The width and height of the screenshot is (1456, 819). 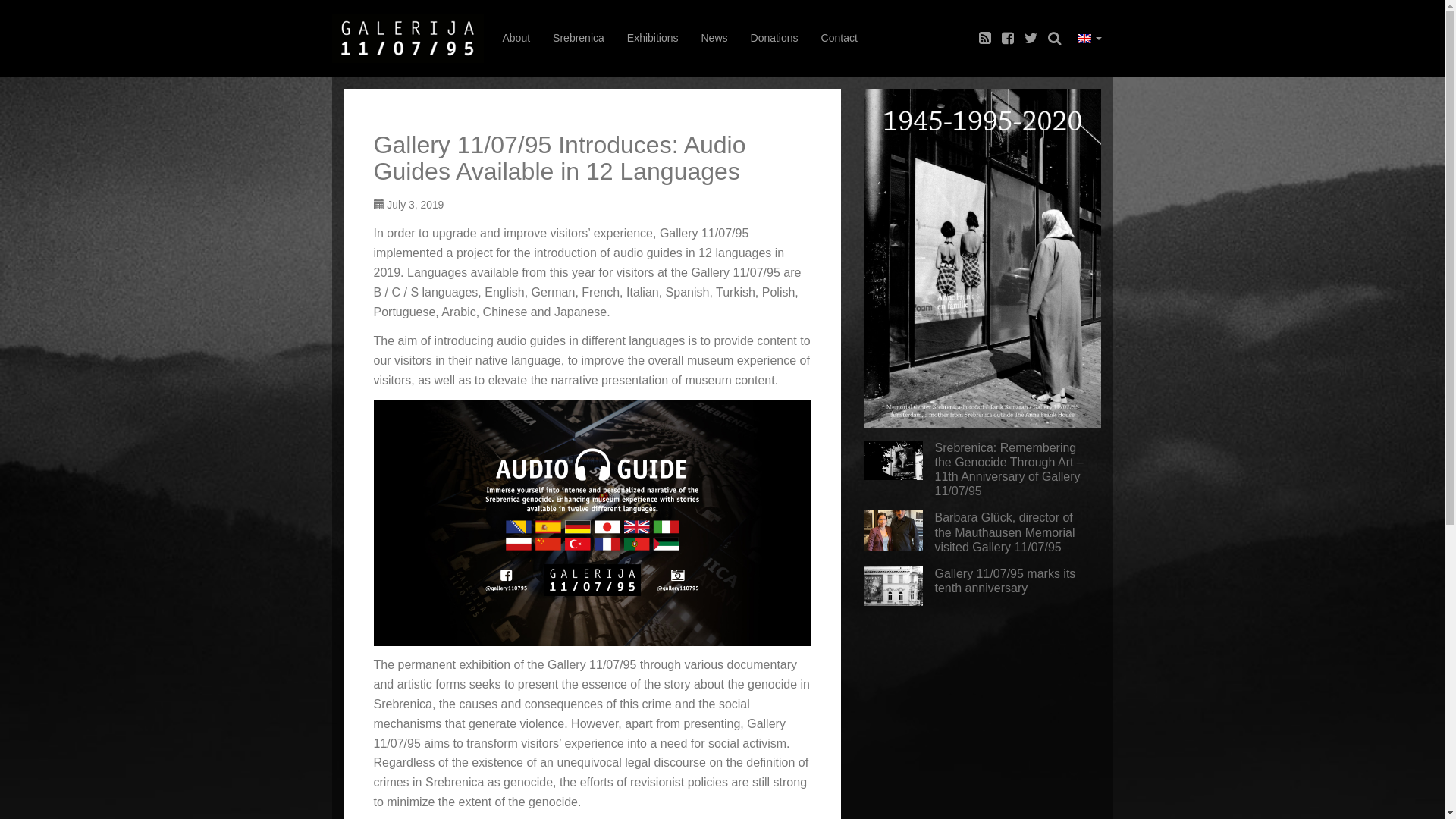 I want to click on 'rss', so click(x=985, y=37).